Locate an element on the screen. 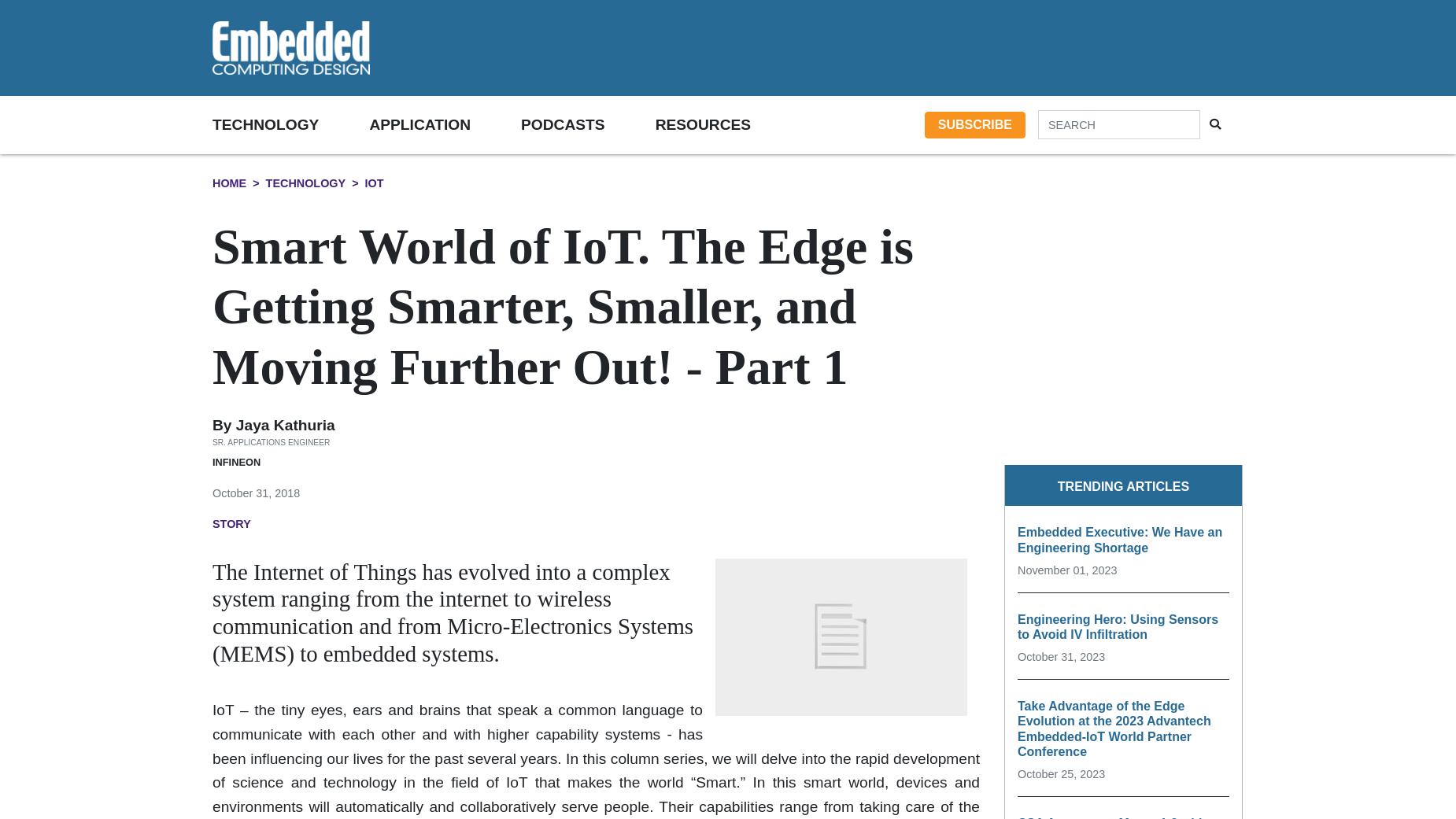 The image size is (1456, 819). 'Podcasts' is located at coordinates (563, 124).